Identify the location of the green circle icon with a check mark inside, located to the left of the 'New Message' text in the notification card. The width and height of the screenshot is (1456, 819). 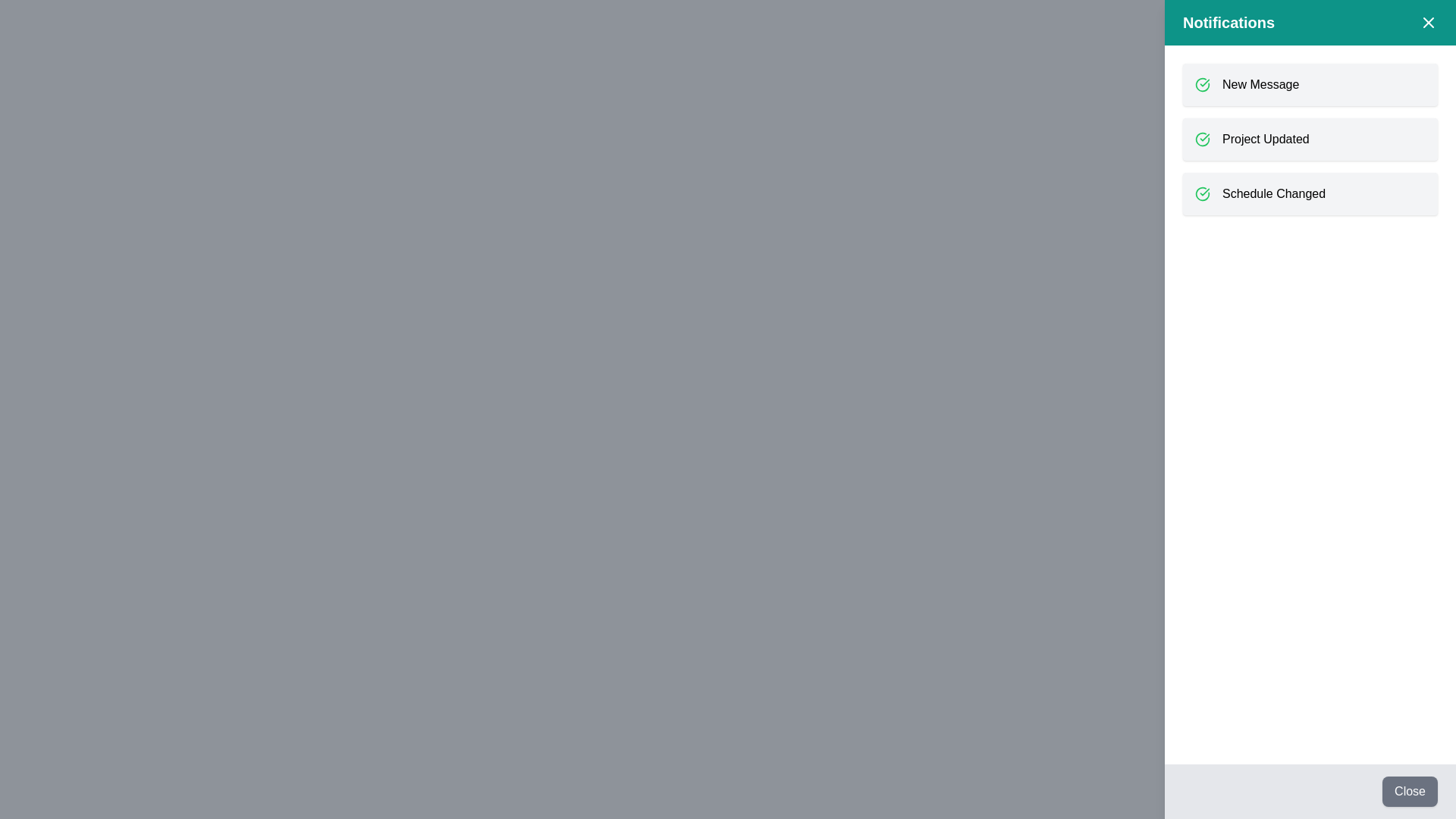
(1201, 84).